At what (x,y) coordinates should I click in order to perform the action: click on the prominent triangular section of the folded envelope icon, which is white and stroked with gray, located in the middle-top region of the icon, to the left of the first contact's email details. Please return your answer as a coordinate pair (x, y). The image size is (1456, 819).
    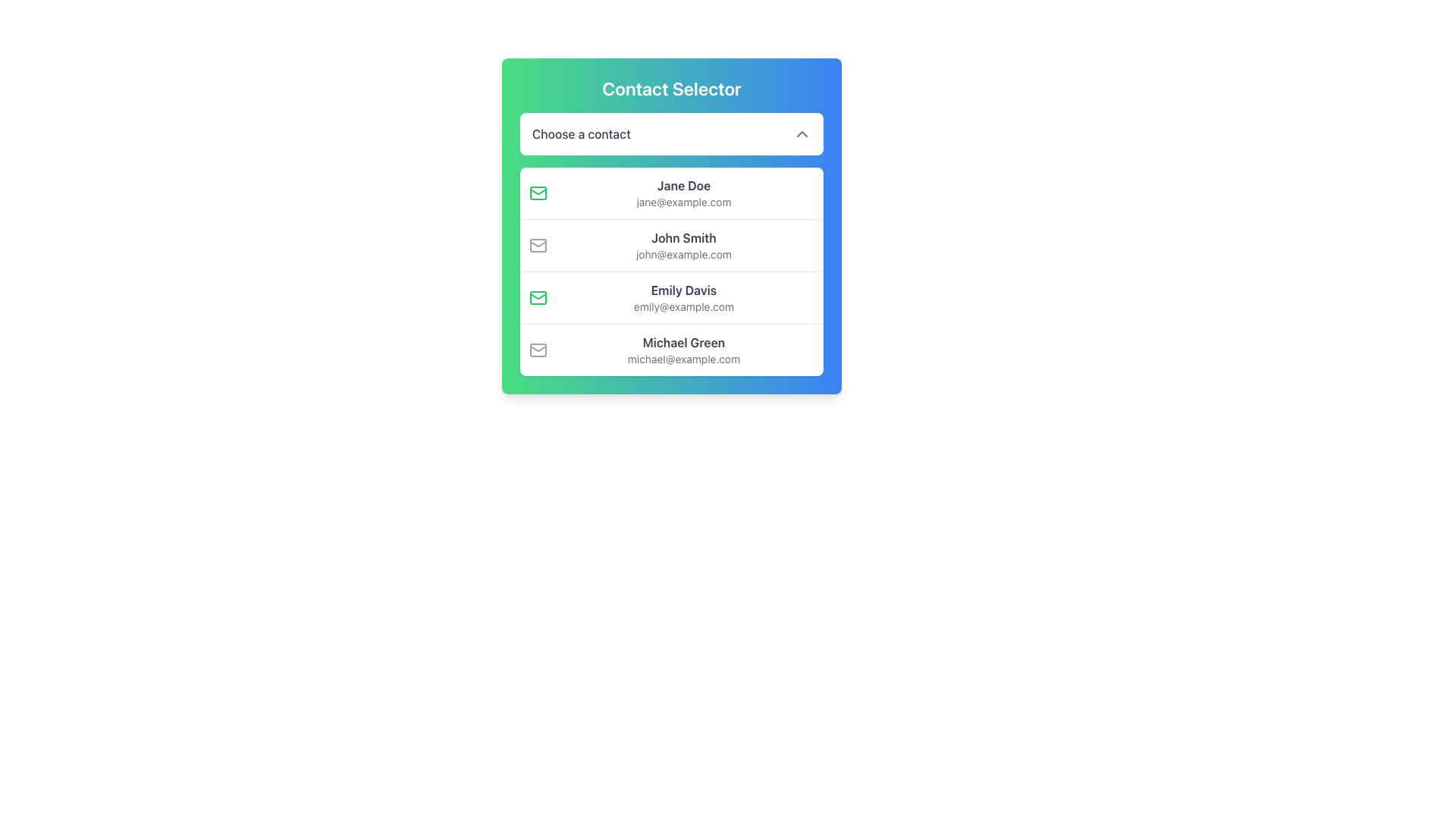
    Looking at the image, I should click on (538, 242).